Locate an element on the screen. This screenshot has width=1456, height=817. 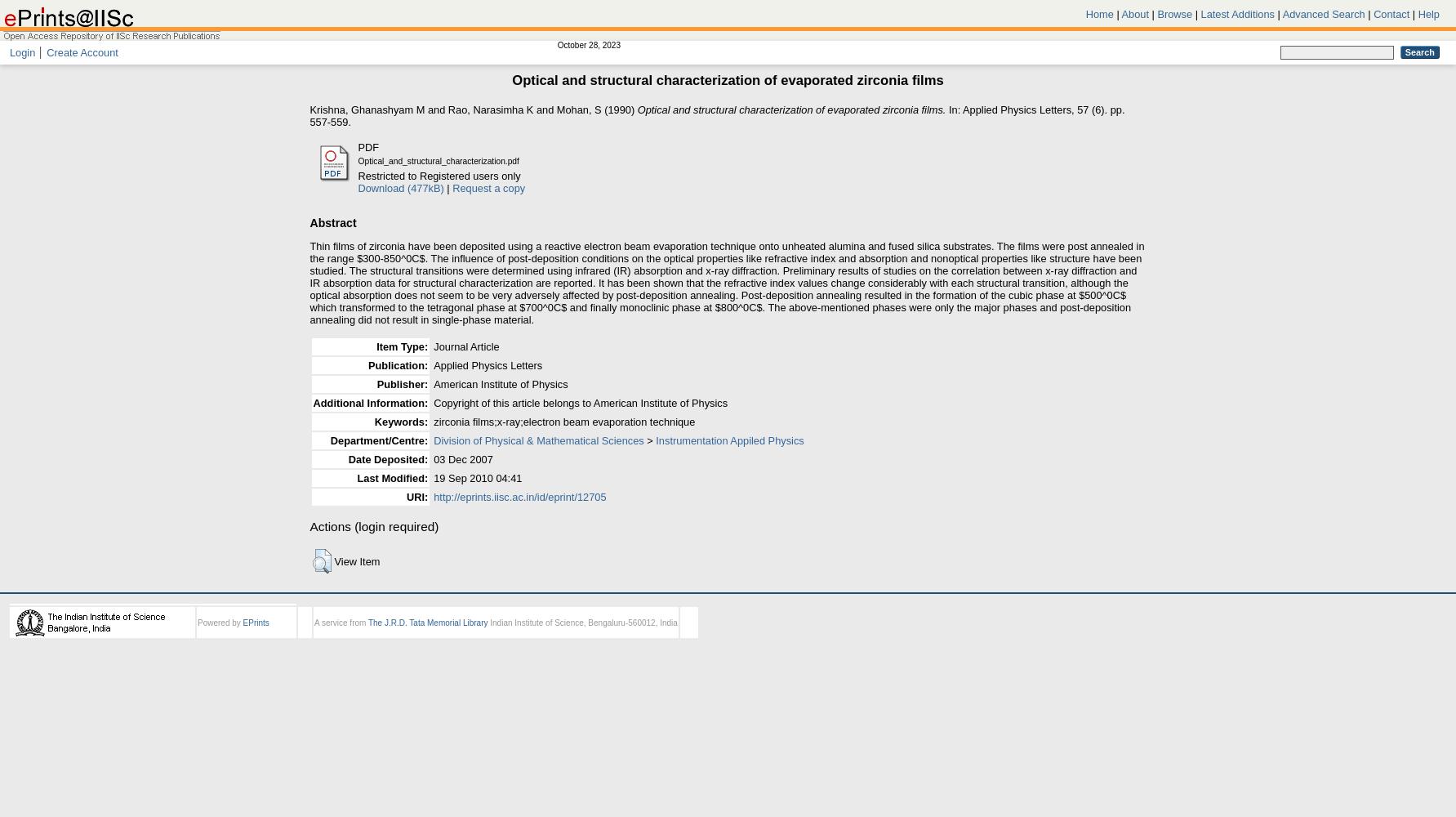
'Indian Institute of Science, Bengaluru-560012, India' is located at coordinates (581, 622).